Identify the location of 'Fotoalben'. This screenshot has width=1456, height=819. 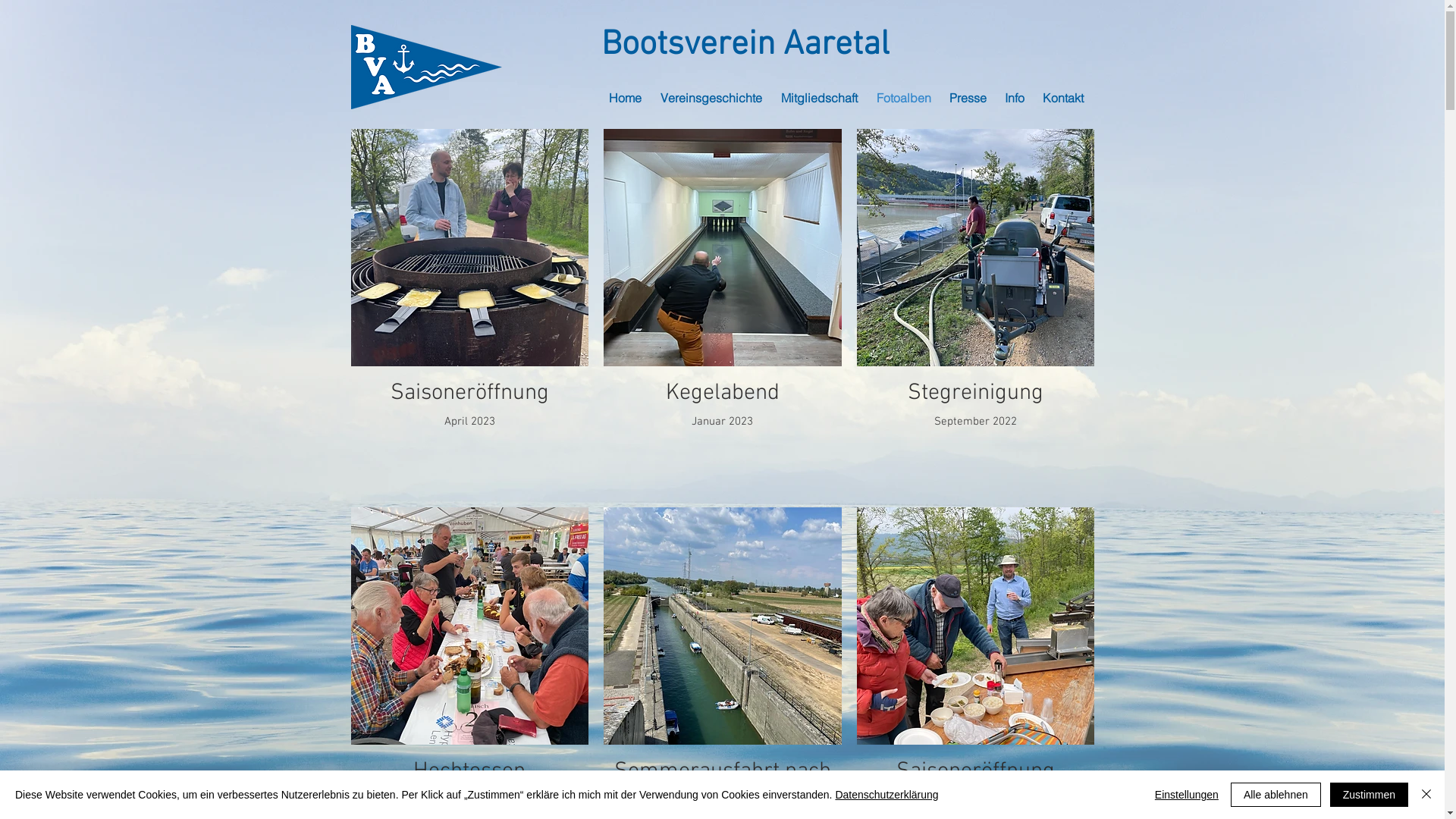
(905, 97).